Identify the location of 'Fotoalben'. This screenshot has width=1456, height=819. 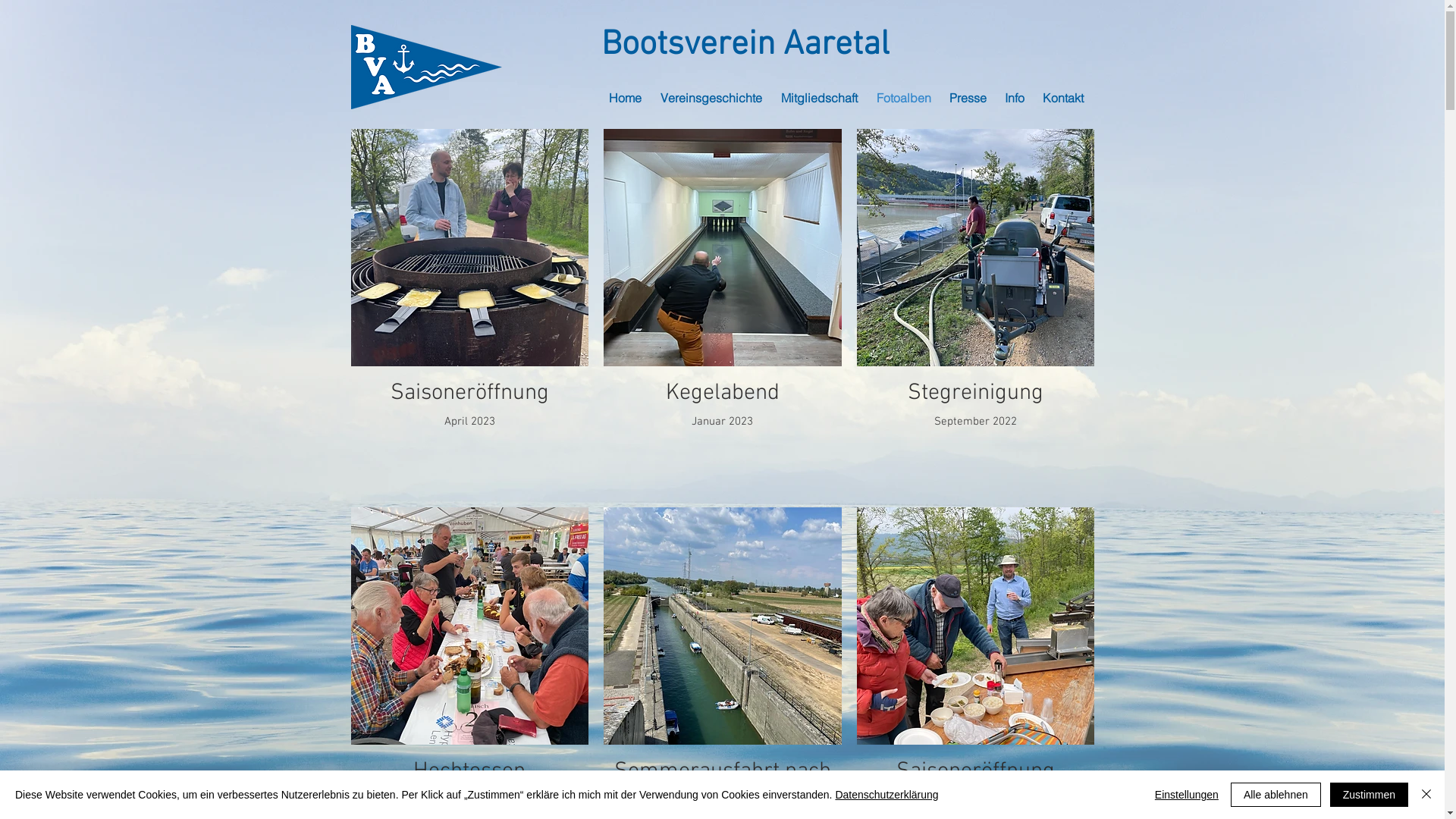
(905, 97).